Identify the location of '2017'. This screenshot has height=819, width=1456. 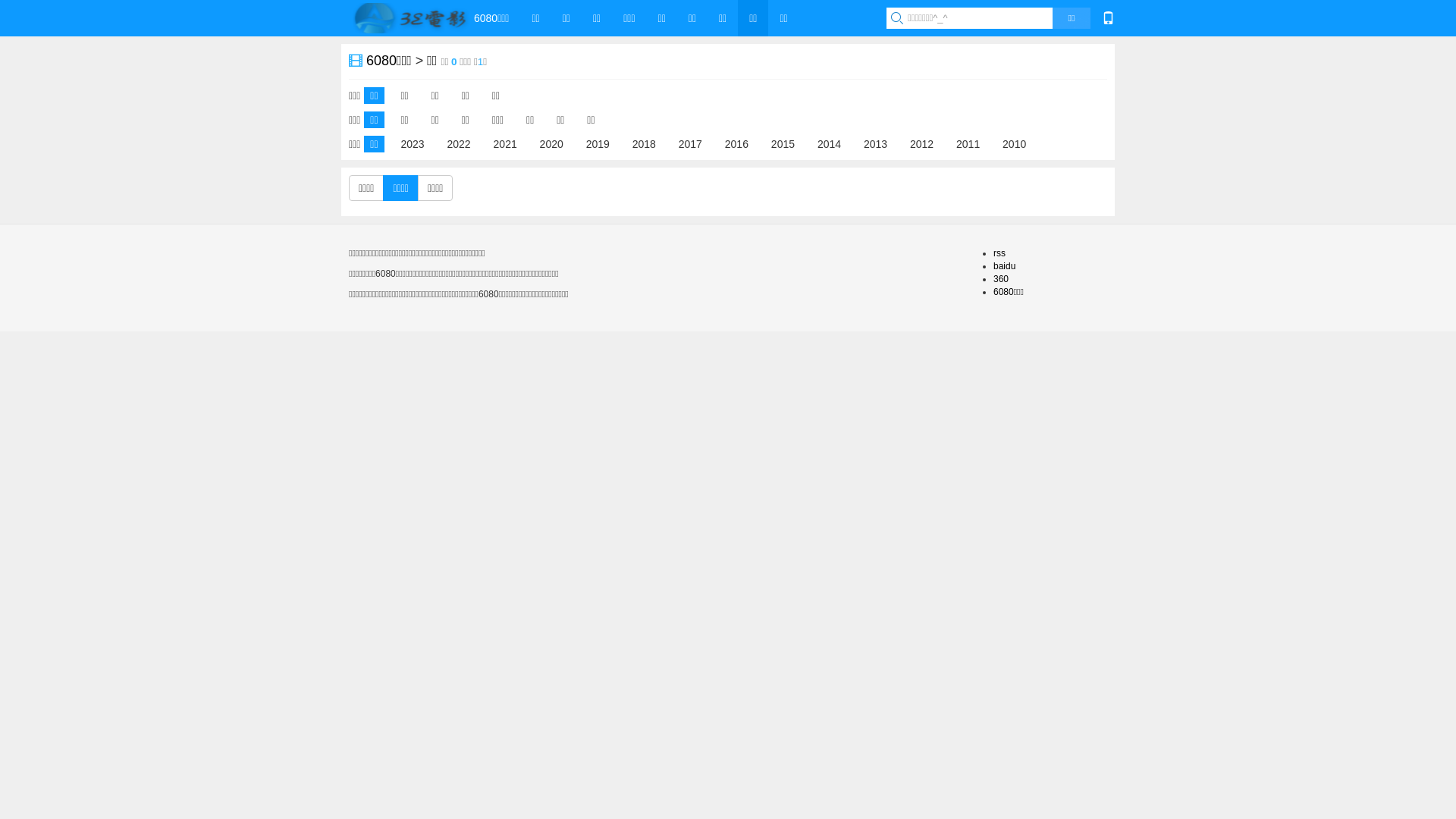
(689, 143).